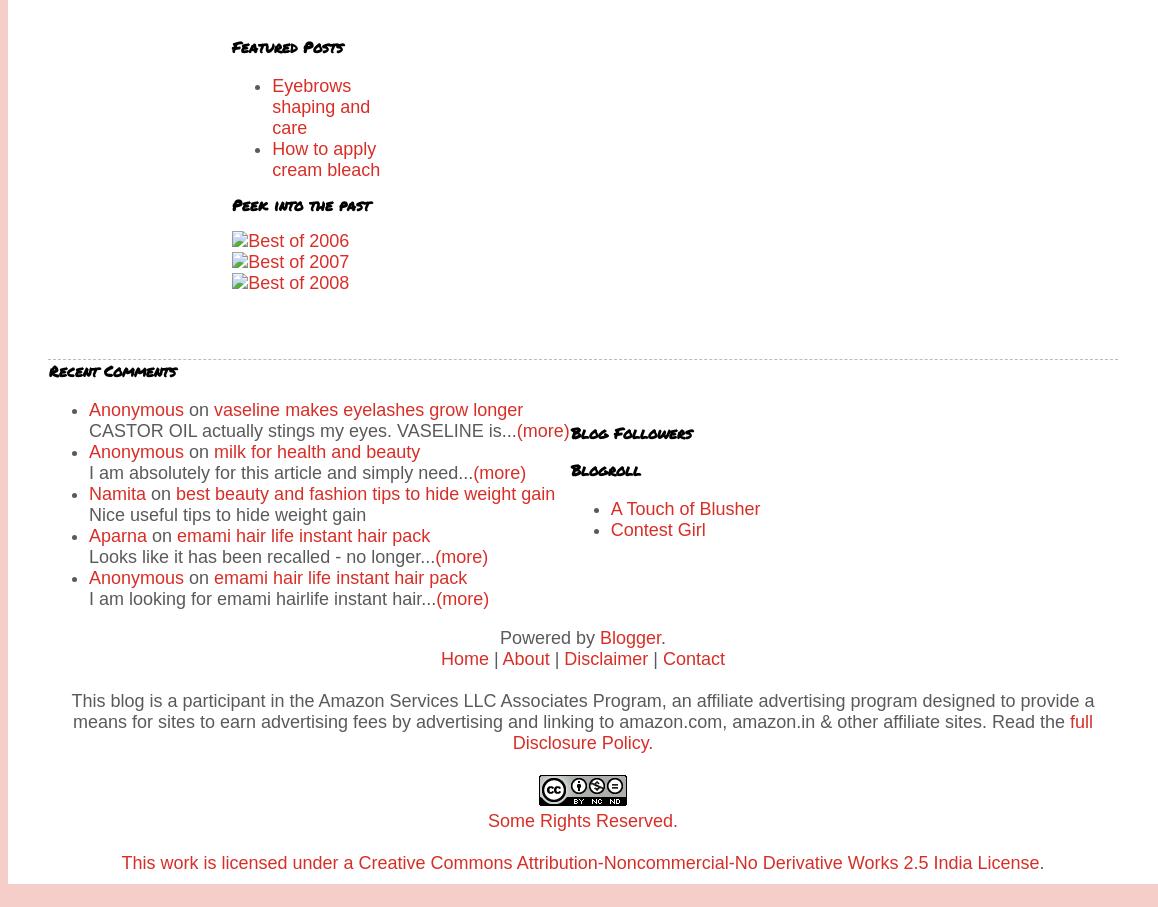 The width and height of the screenshot is (1158, 907). What do you see at coordinates (227, 513) in the screenshot?
I see `'Nice useful tips to hide weight gain'` at bounding box center [227, 513].